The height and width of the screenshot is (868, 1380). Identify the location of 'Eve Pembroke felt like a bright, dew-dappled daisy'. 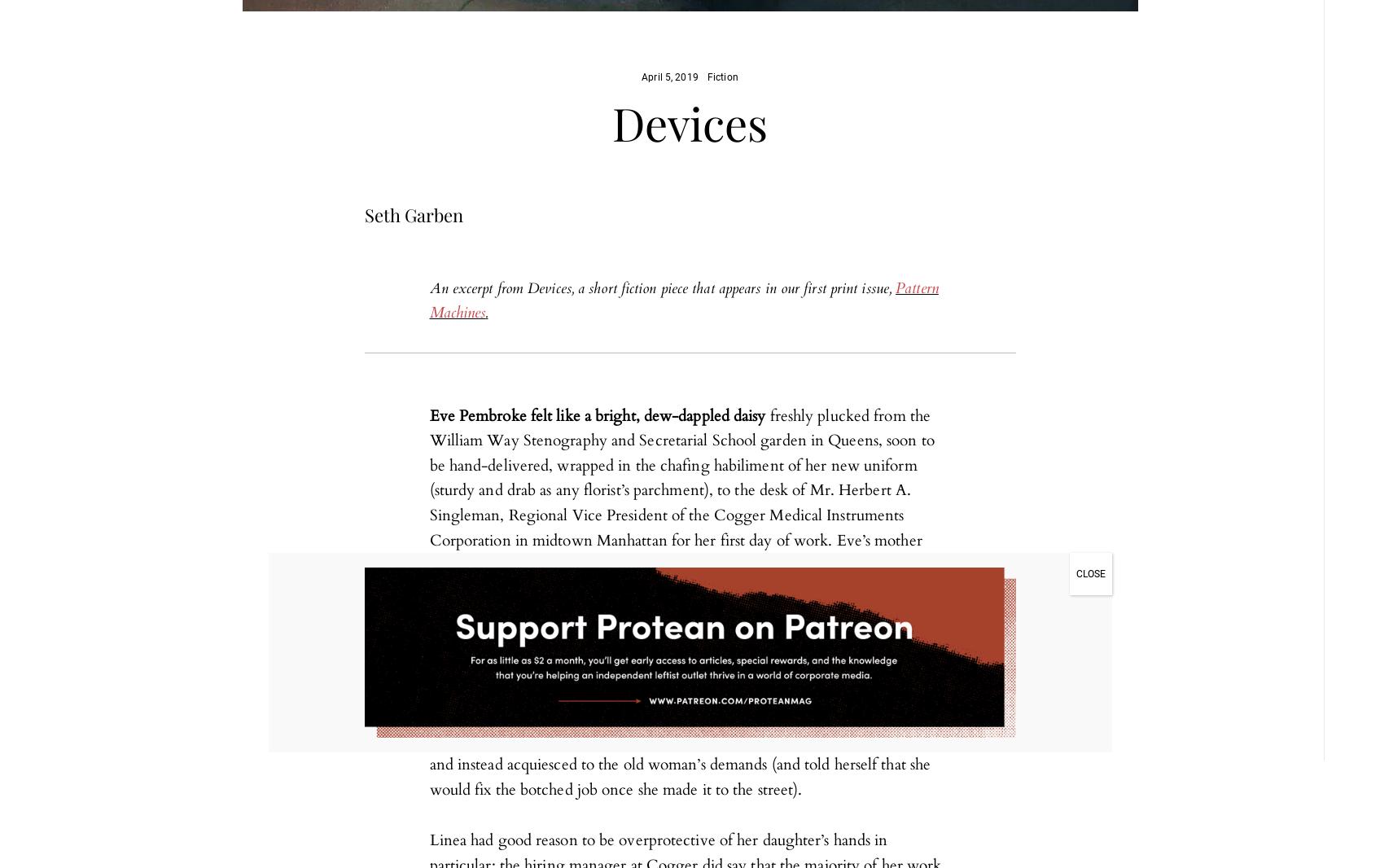
(596, 415).